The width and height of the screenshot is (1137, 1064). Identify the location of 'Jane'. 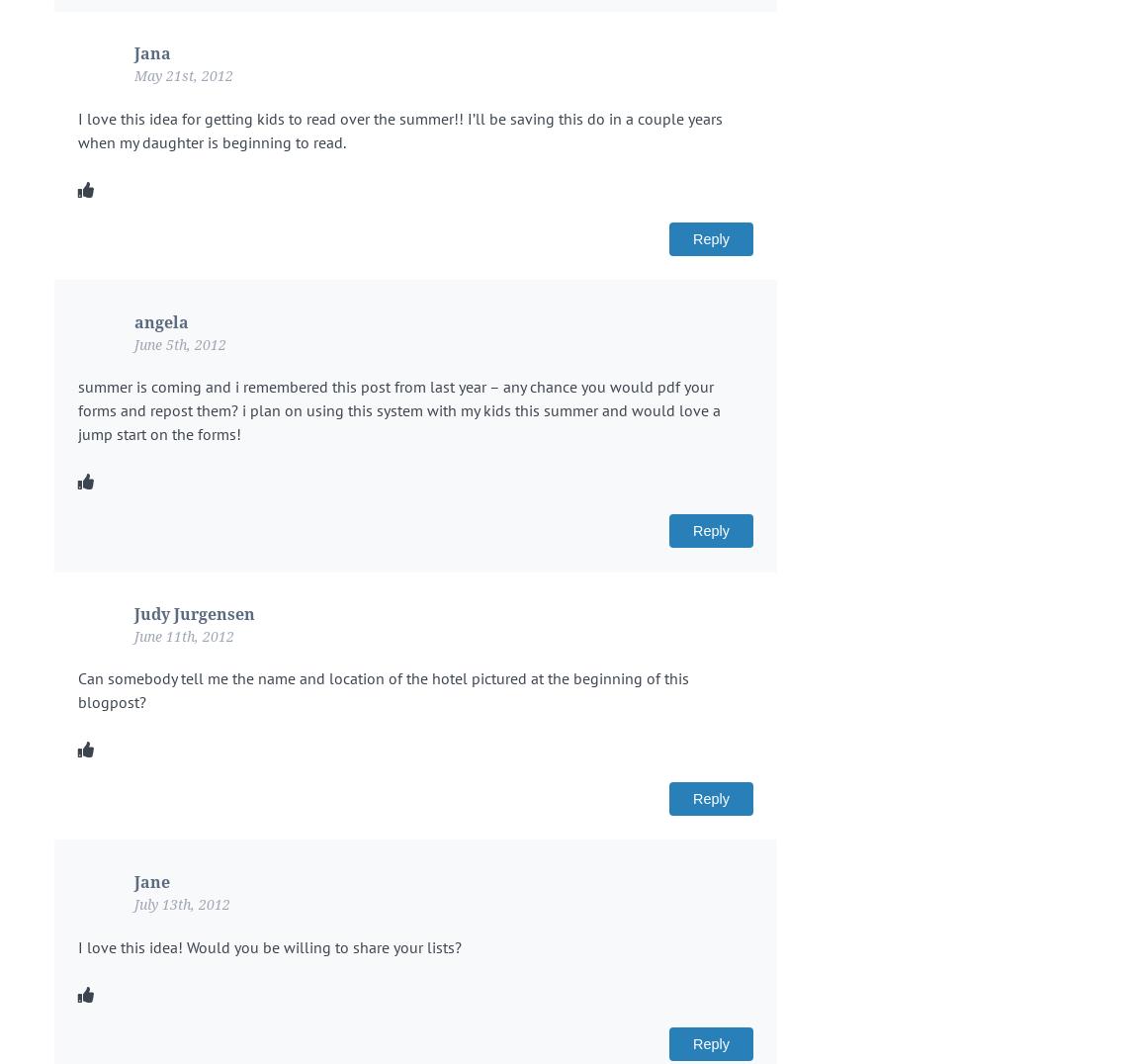
(150, 882).